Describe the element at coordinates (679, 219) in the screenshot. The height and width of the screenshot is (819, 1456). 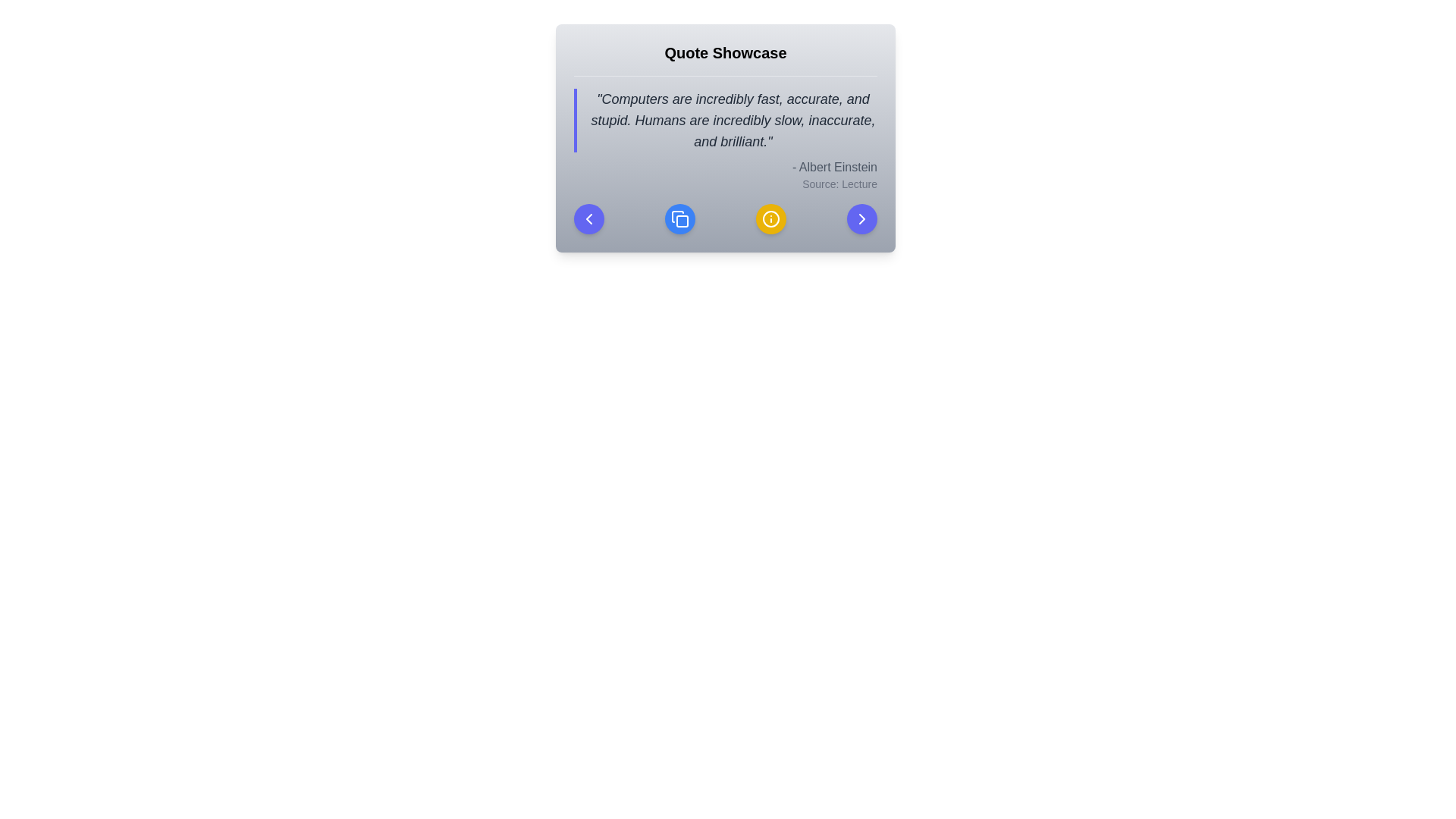
I see `the middle circular button in the row of three buttons at the bottom of the card interface` at that location.